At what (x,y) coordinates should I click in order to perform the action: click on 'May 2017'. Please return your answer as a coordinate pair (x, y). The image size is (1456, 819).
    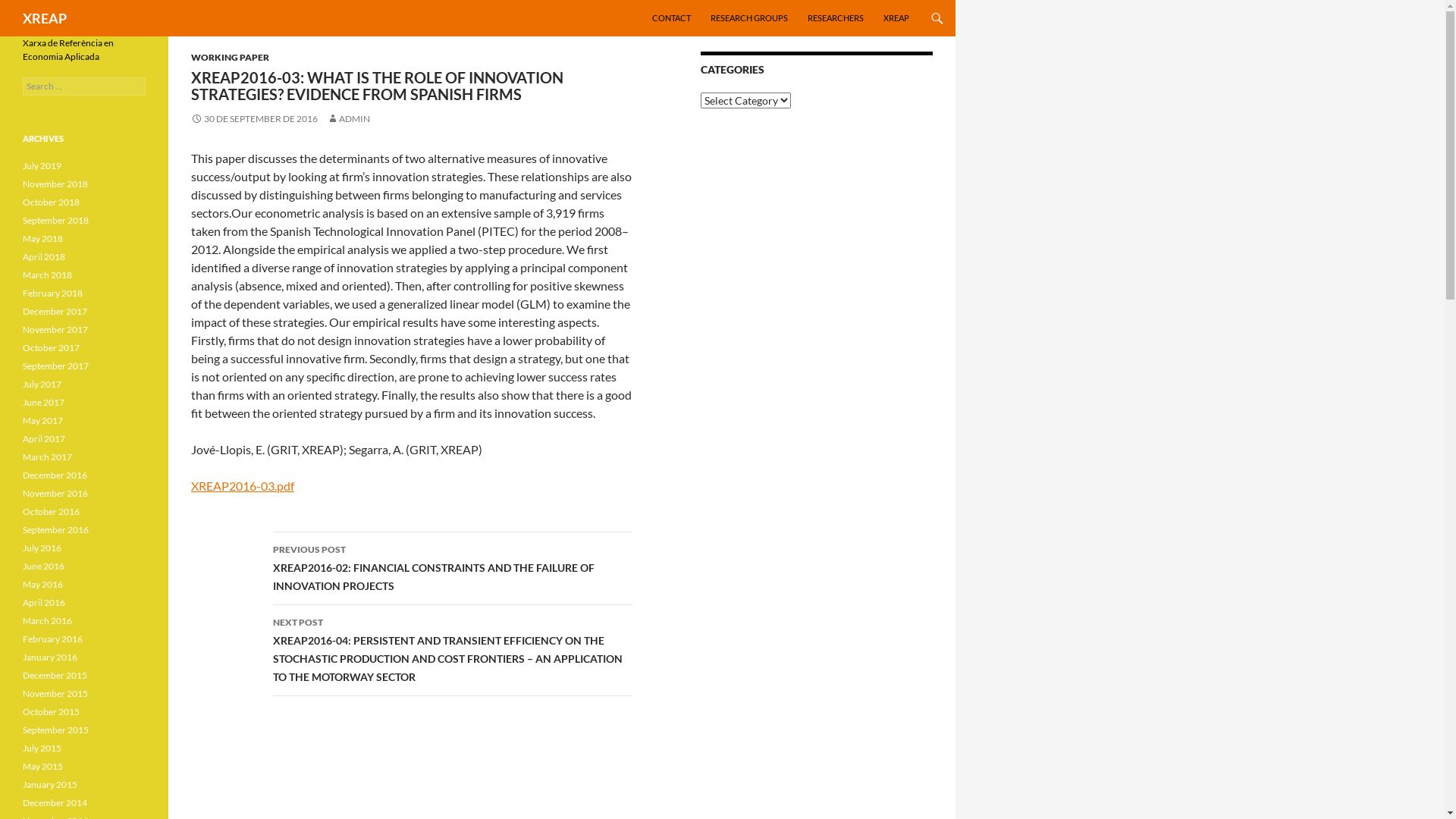
    Looking at the image, I should click on (42, 420).